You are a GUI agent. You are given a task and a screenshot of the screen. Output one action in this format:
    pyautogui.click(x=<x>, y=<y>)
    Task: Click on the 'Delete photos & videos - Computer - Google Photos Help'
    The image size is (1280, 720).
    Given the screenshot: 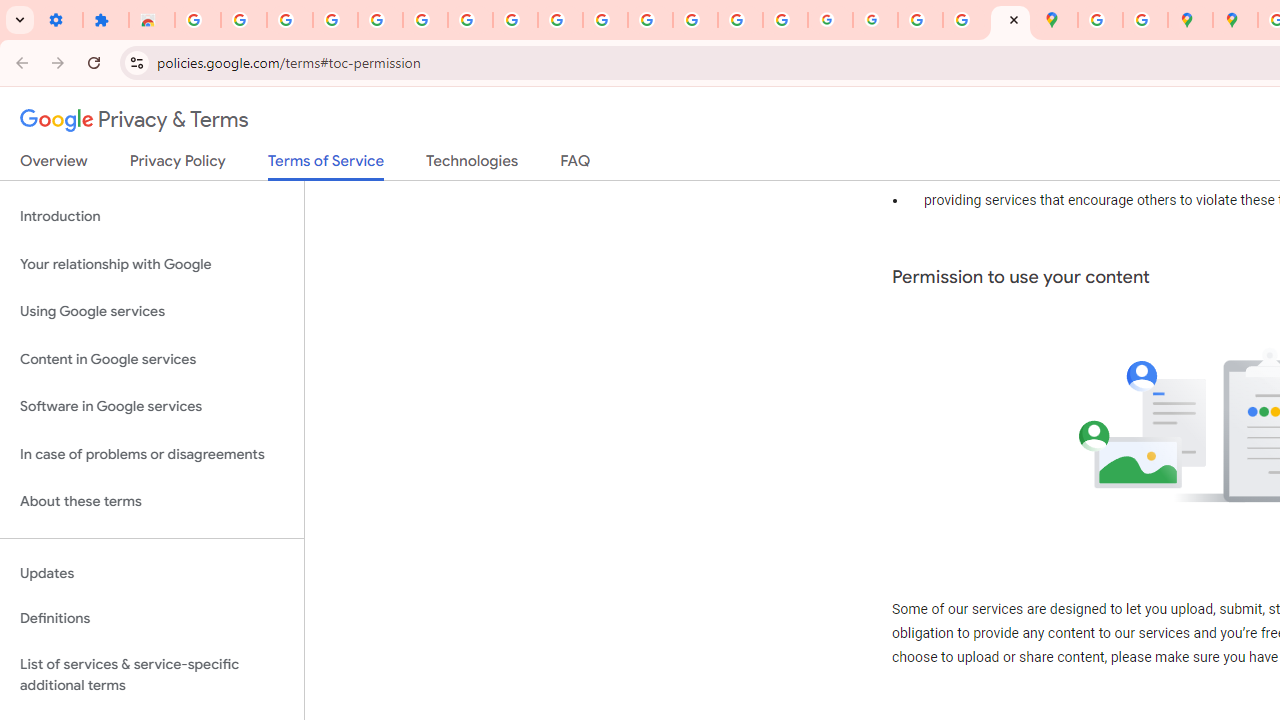 What is the action you would take?
    pyautogui.click(x=289, y=20)
    